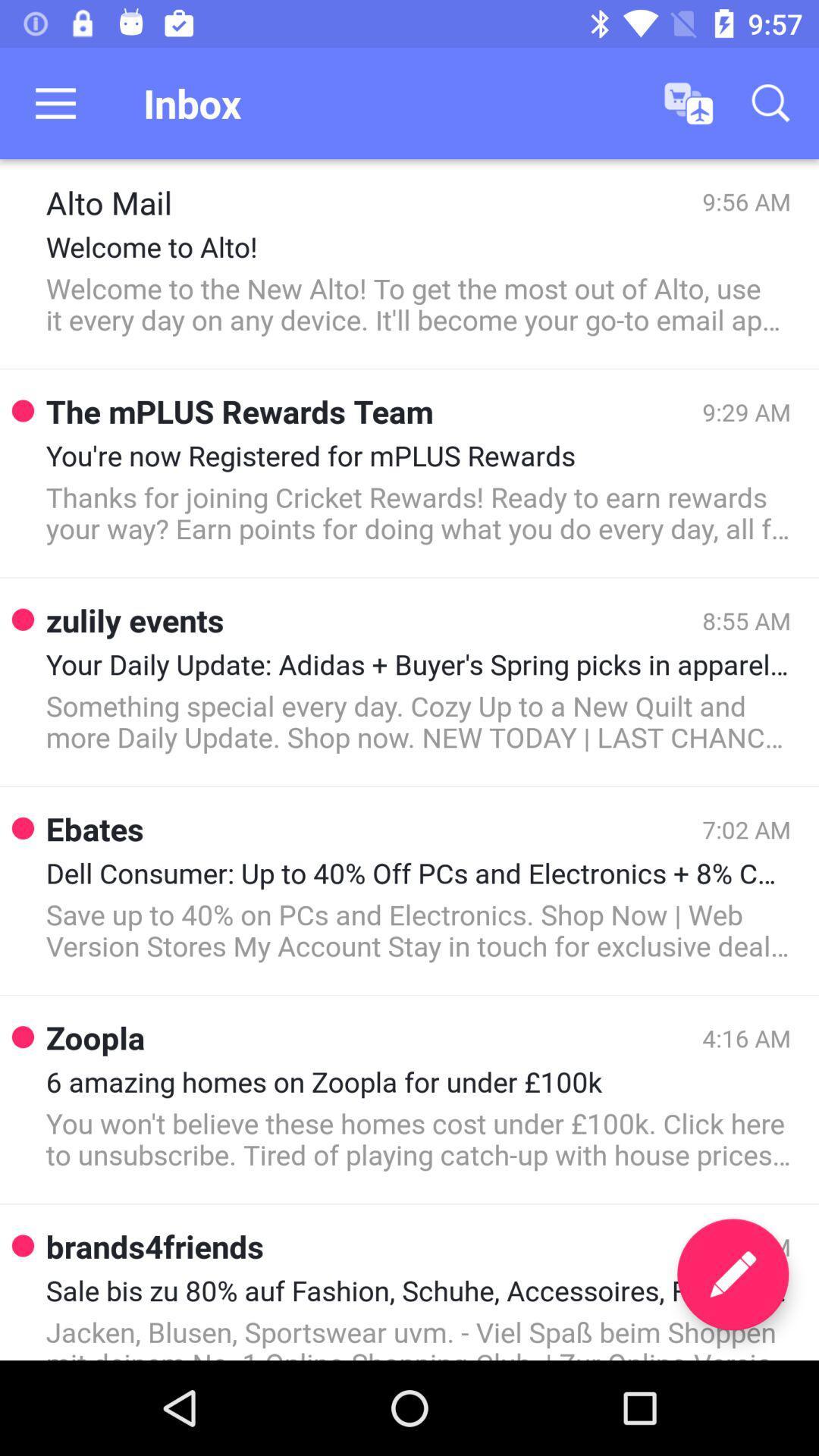  I want to click on the edit icon, so click(732, 1274).